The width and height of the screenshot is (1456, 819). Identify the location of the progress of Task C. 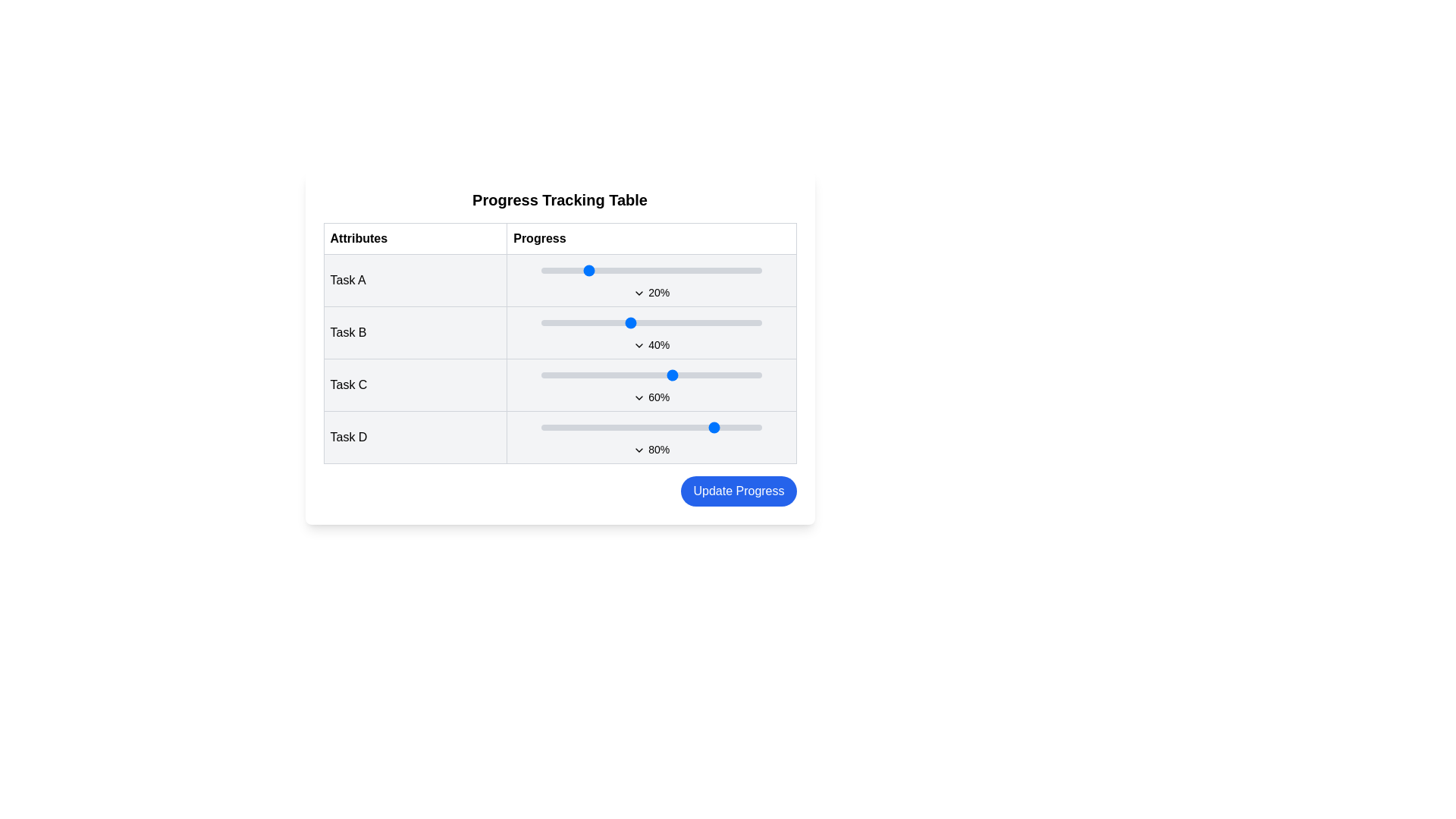
(677, 375).